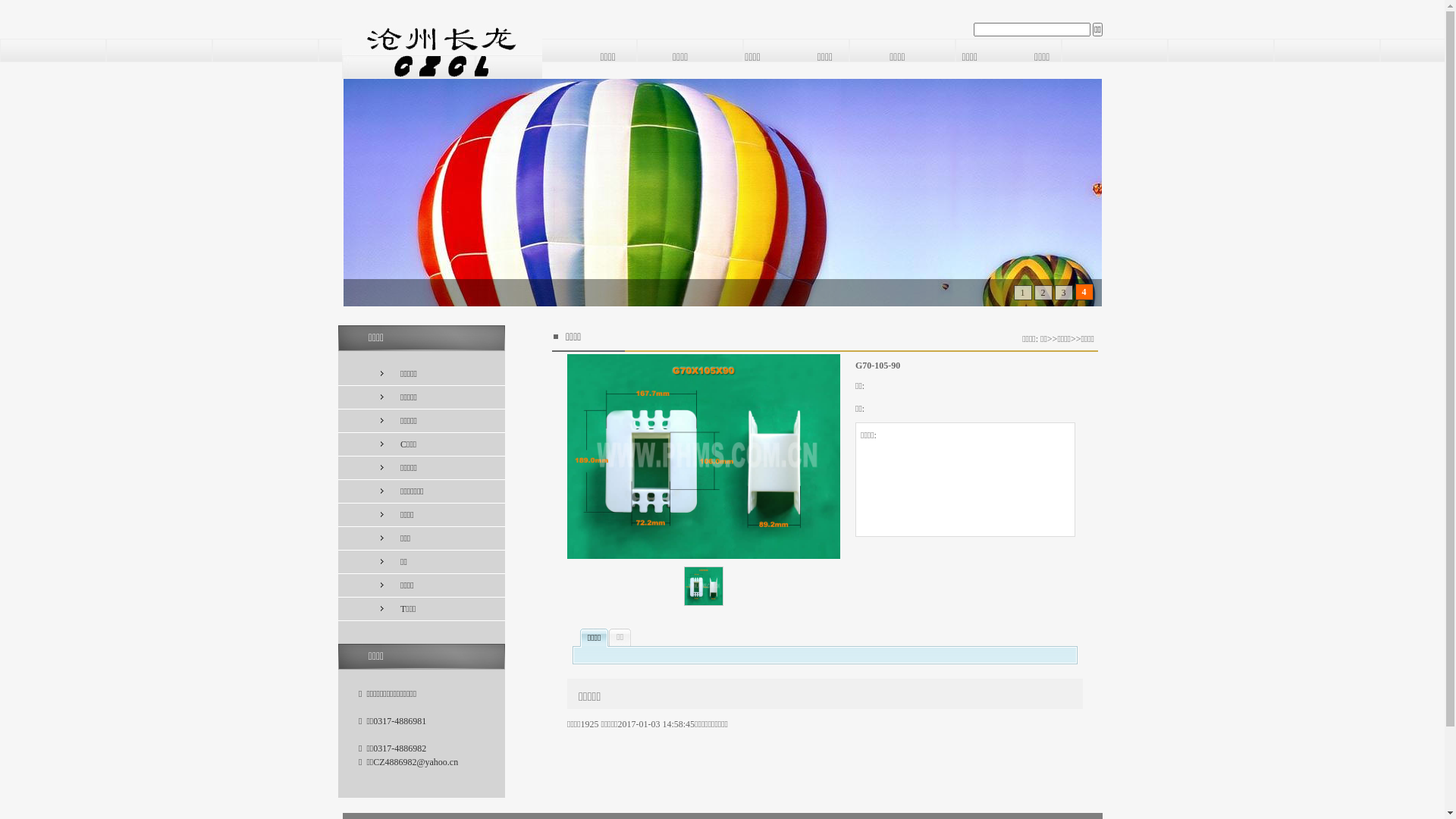 Image resolution: width=1456 pixels, height=819 pixels. I want to click on '1', so click(1020, 292).